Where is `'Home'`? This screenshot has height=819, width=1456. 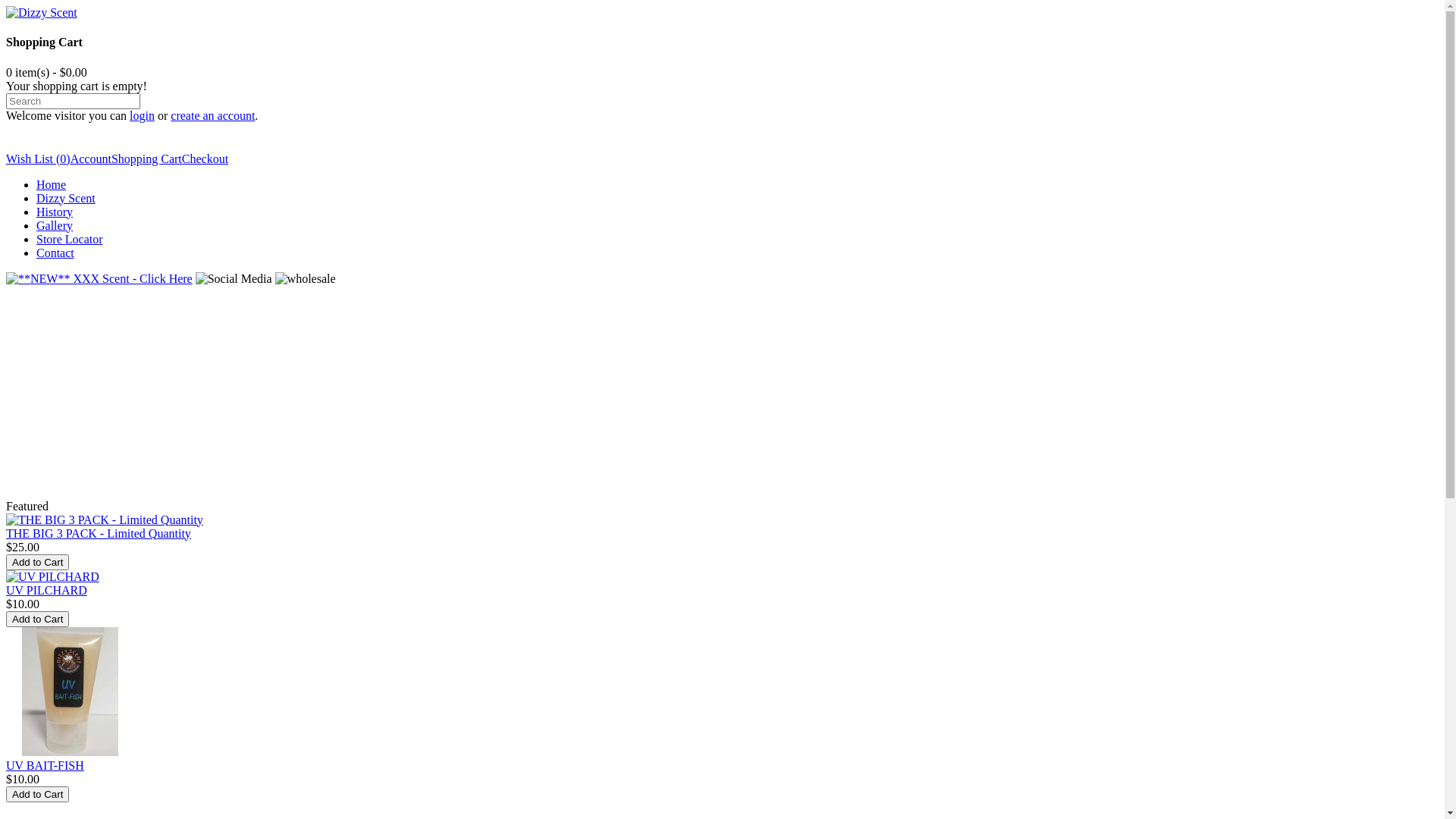
'Home' is located at coordinates (51, 184).